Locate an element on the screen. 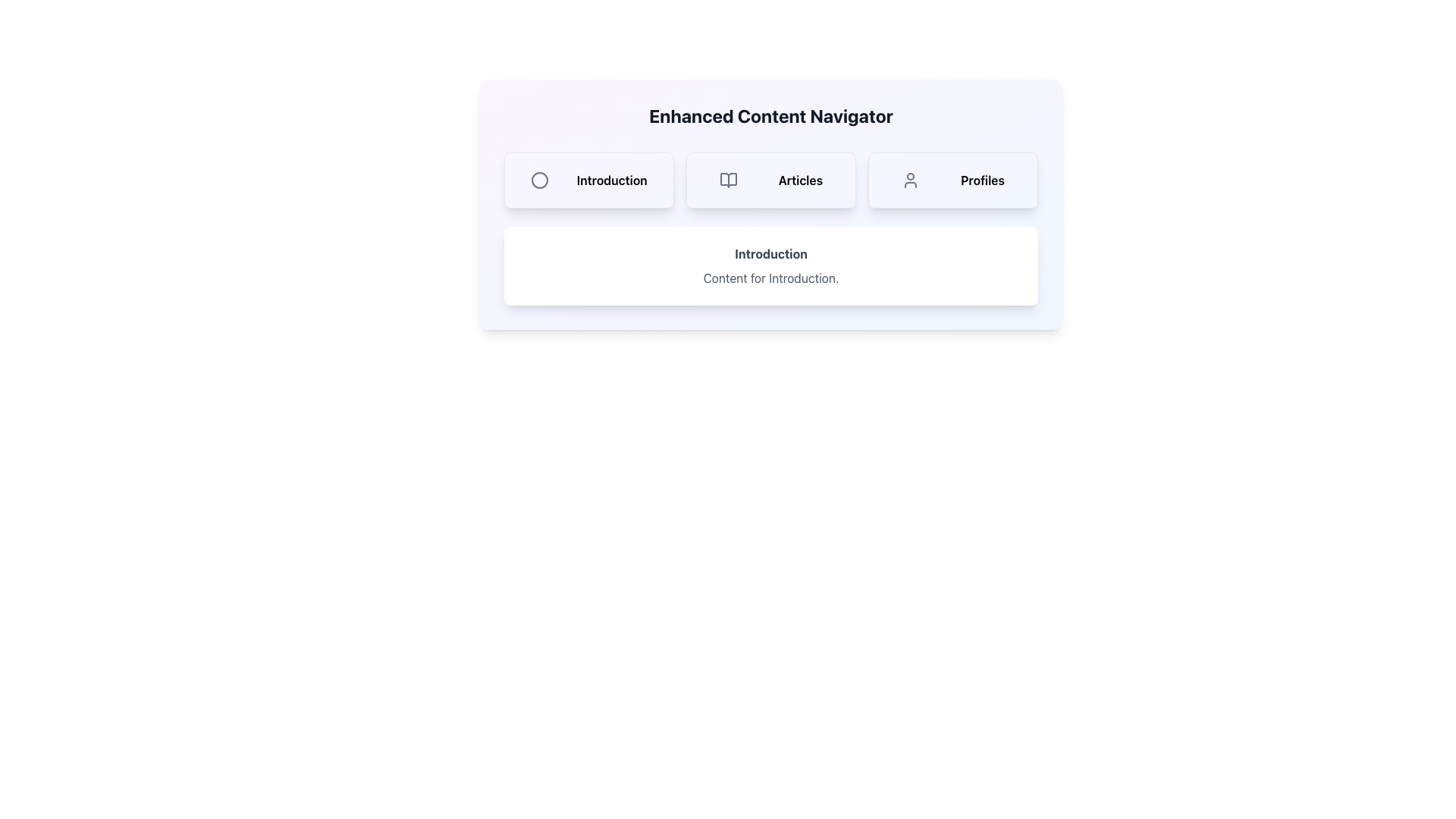 The width and height of the screenshot is (1456, 819). the 'Introduction' icon, which is the first item in a horizontal list of icons, indicating its relevance in the interface is located at coordinates (540, 180).